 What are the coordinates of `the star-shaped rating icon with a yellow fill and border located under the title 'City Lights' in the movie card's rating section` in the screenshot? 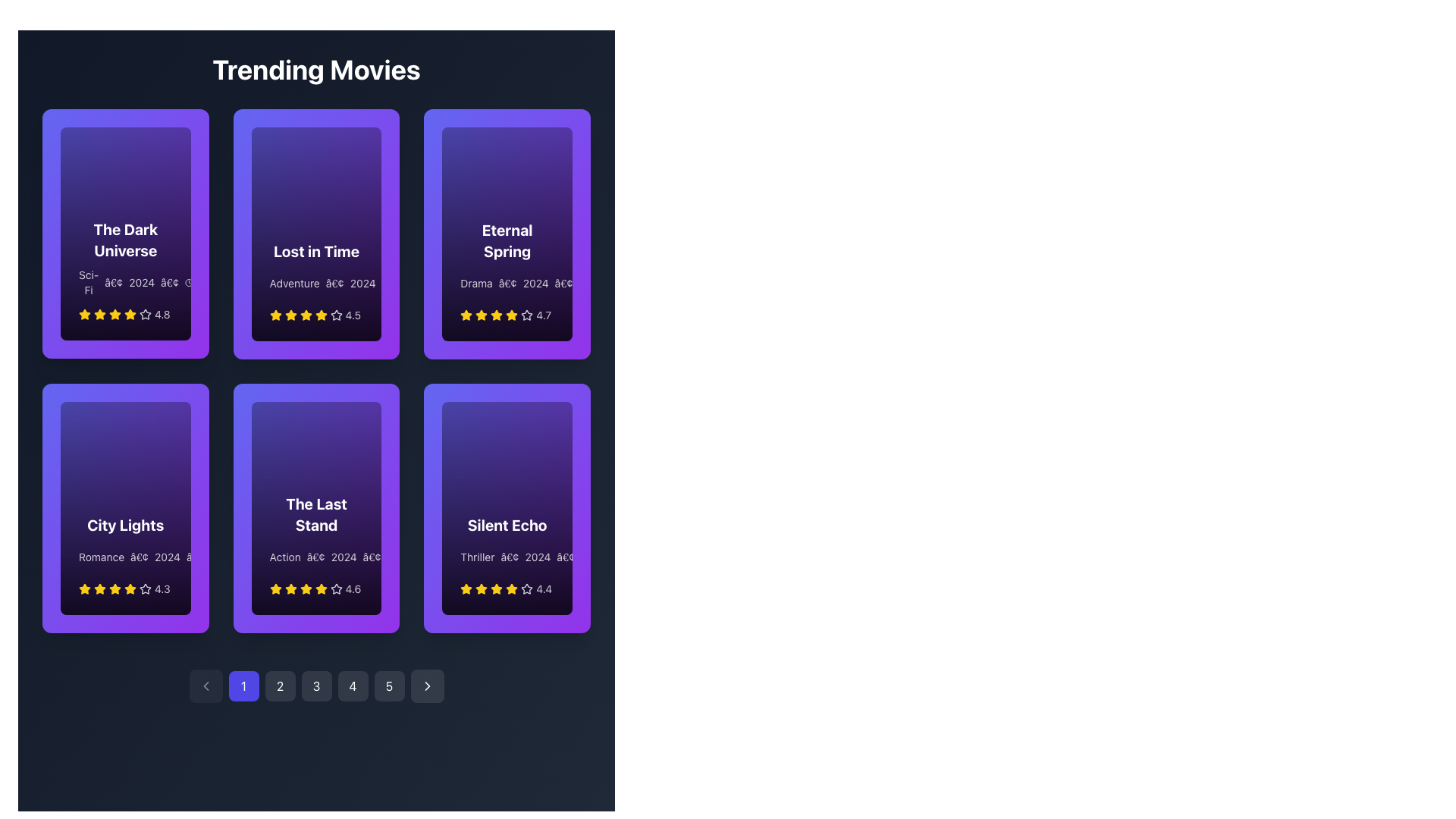 It's located at (130, 588).